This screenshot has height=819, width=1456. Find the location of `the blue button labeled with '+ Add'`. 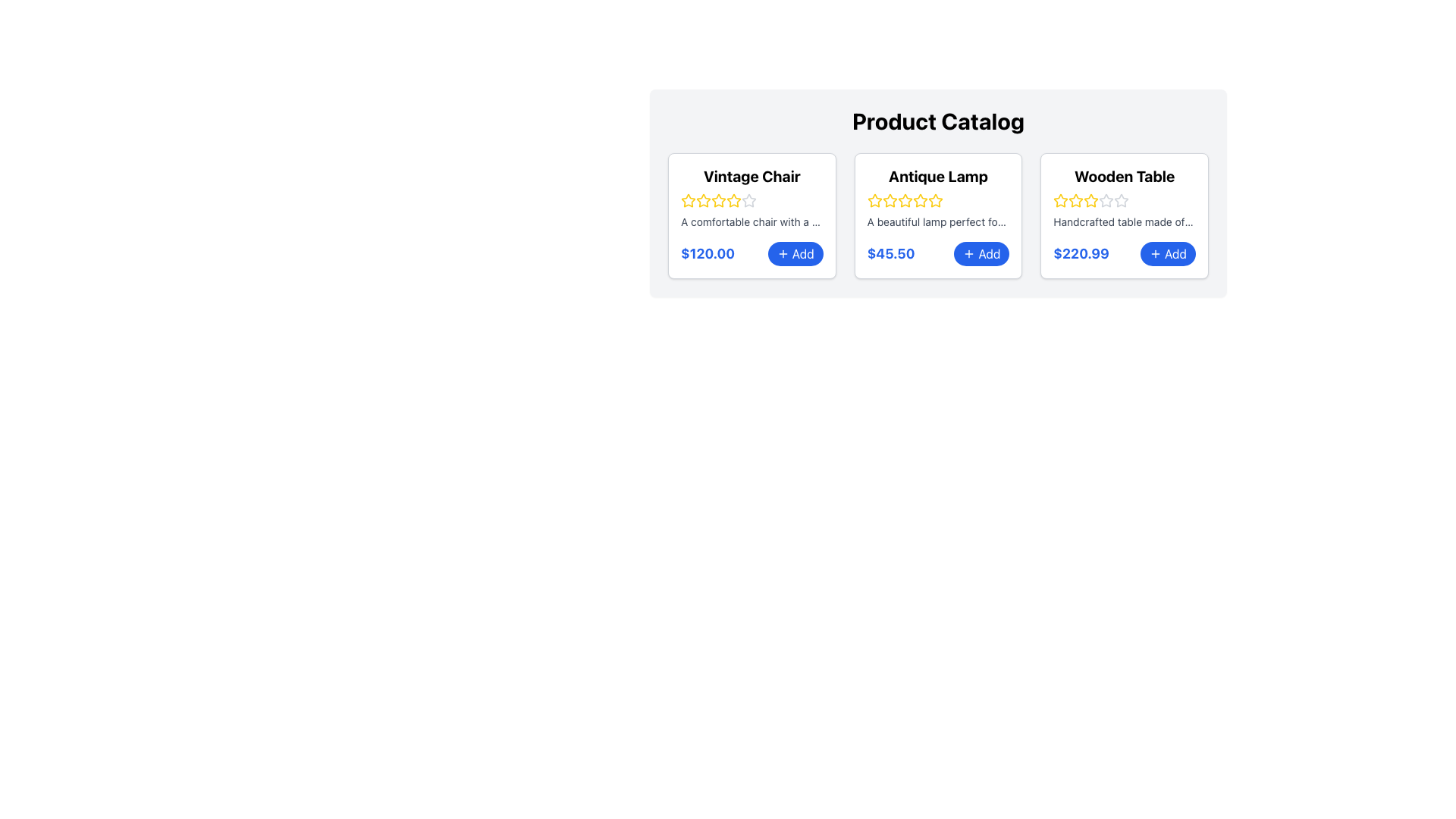

the blue button labeled with '+ Add' is located at coordinates (981, 253).